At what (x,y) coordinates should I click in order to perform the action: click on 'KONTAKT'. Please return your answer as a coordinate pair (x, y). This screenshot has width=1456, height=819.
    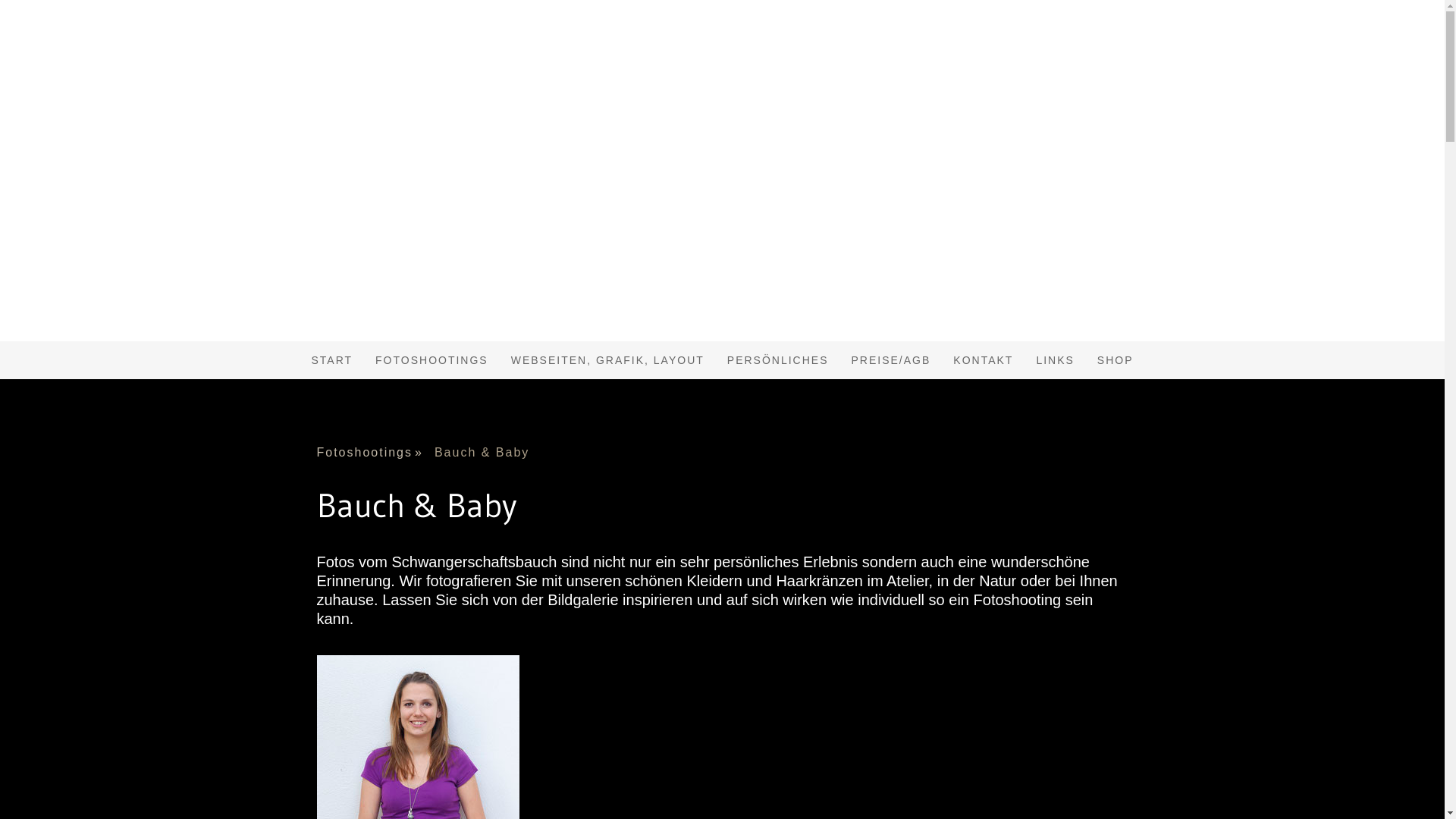
    Looking at the image, I should click on (983, 359).